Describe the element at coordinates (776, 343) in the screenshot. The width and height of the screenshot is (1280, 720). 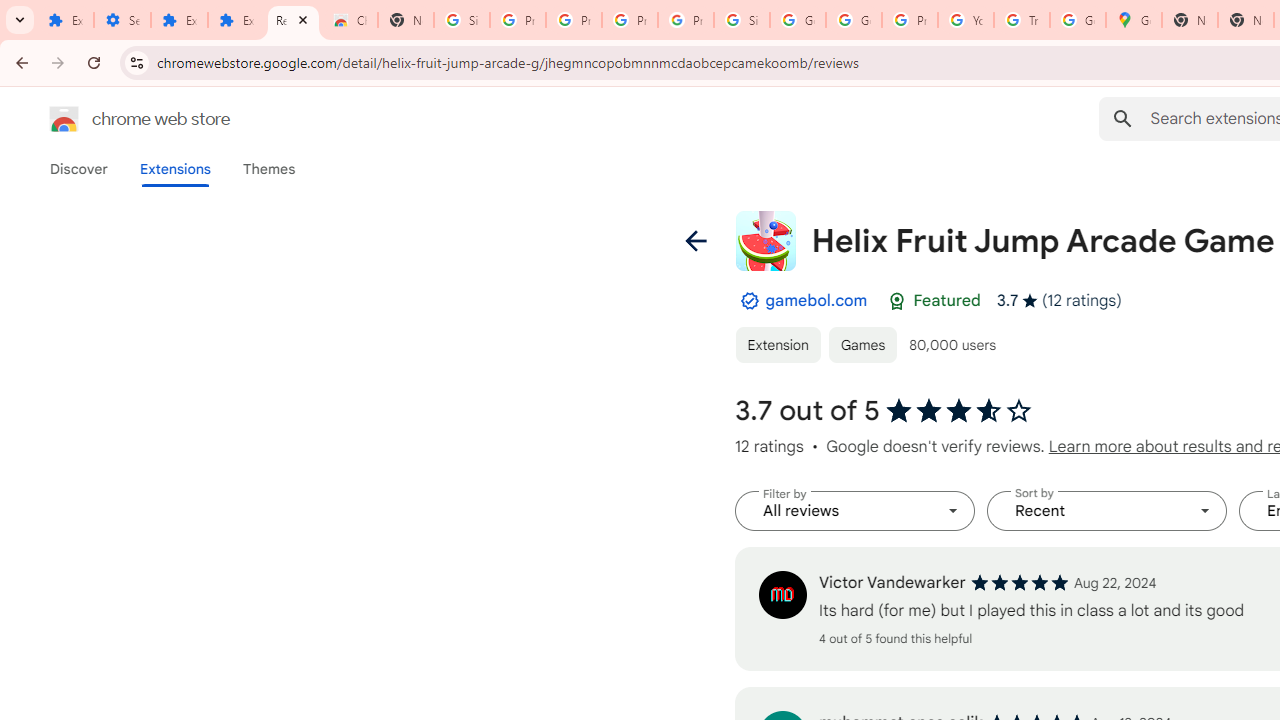
I see `'Extension'` at that location.